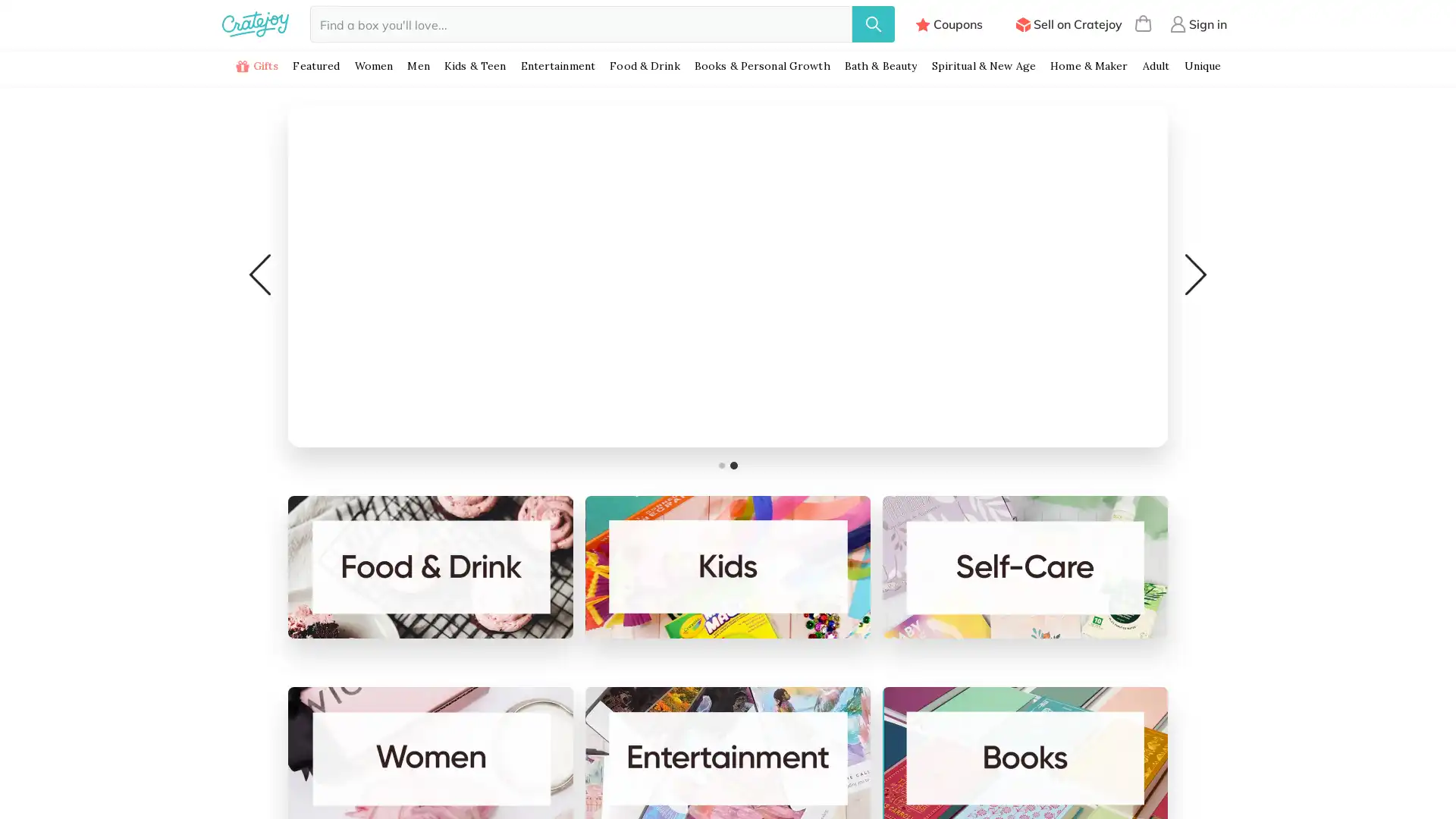 This screenshot has width=1456, height=819. Describe the element at coordinates (1197, 24) in the screenshot. I see `Sign in` at that location.